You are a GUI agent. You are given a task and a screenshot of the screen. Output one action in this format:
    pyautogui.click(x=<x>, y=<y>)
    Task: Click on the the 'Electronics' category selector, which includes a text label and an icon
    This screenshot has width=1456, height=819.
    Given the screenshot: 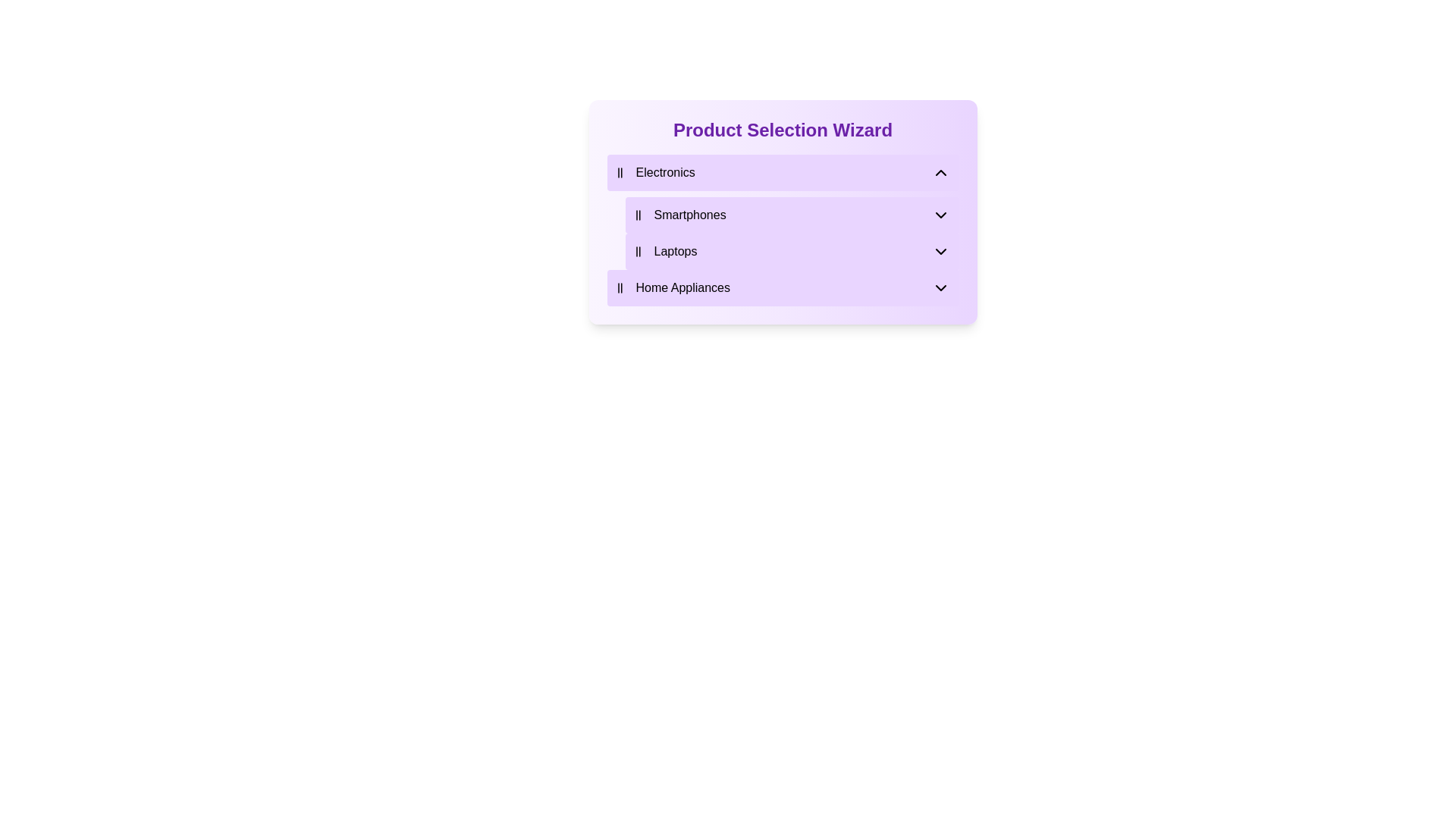 What is the action you would take?
    pyautogui.click(x=655, y=171)
    